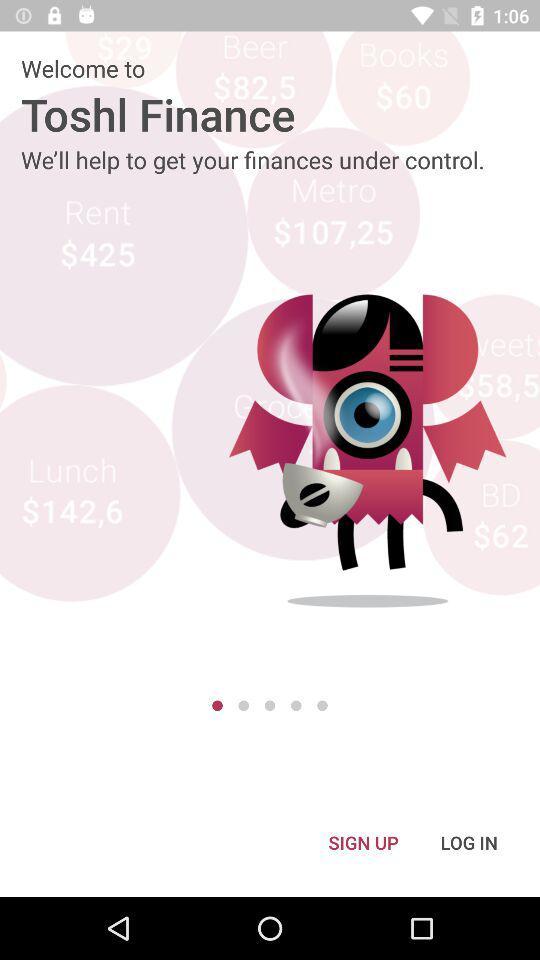 The image size is (540, 960). What do you see at coordinates (469, 841) in the screenshot?
I see `the icon to the right of sign up` at bounding box center [469, 841].